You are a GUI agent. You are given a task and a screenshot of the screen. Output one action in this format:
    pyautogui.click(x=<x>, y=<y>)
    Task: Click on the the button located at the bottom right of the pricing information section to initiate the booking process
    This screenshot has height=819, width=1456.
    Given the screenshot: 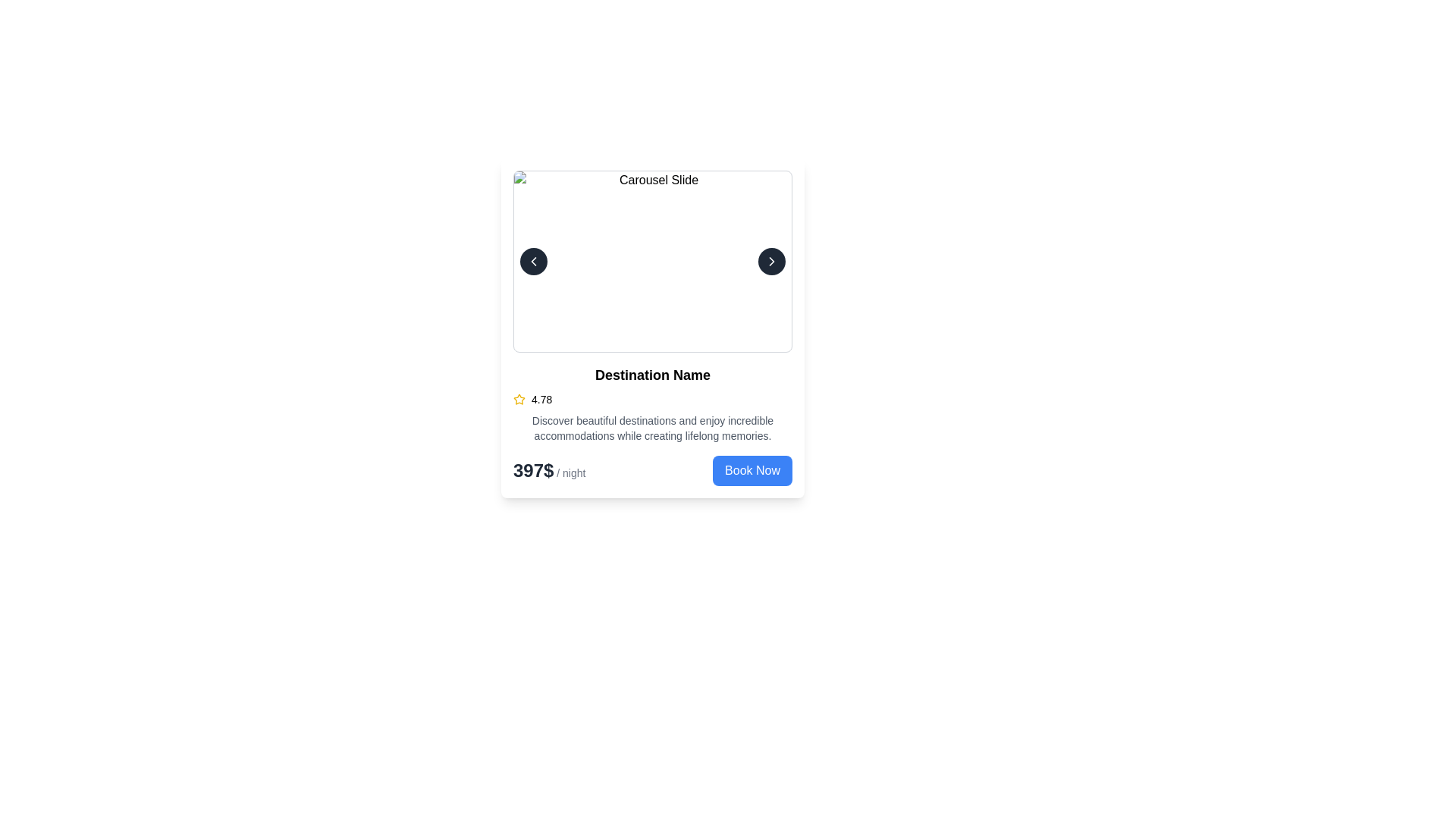 What is the action you would take?
    pyautogui.click(x=752, y=470)
    